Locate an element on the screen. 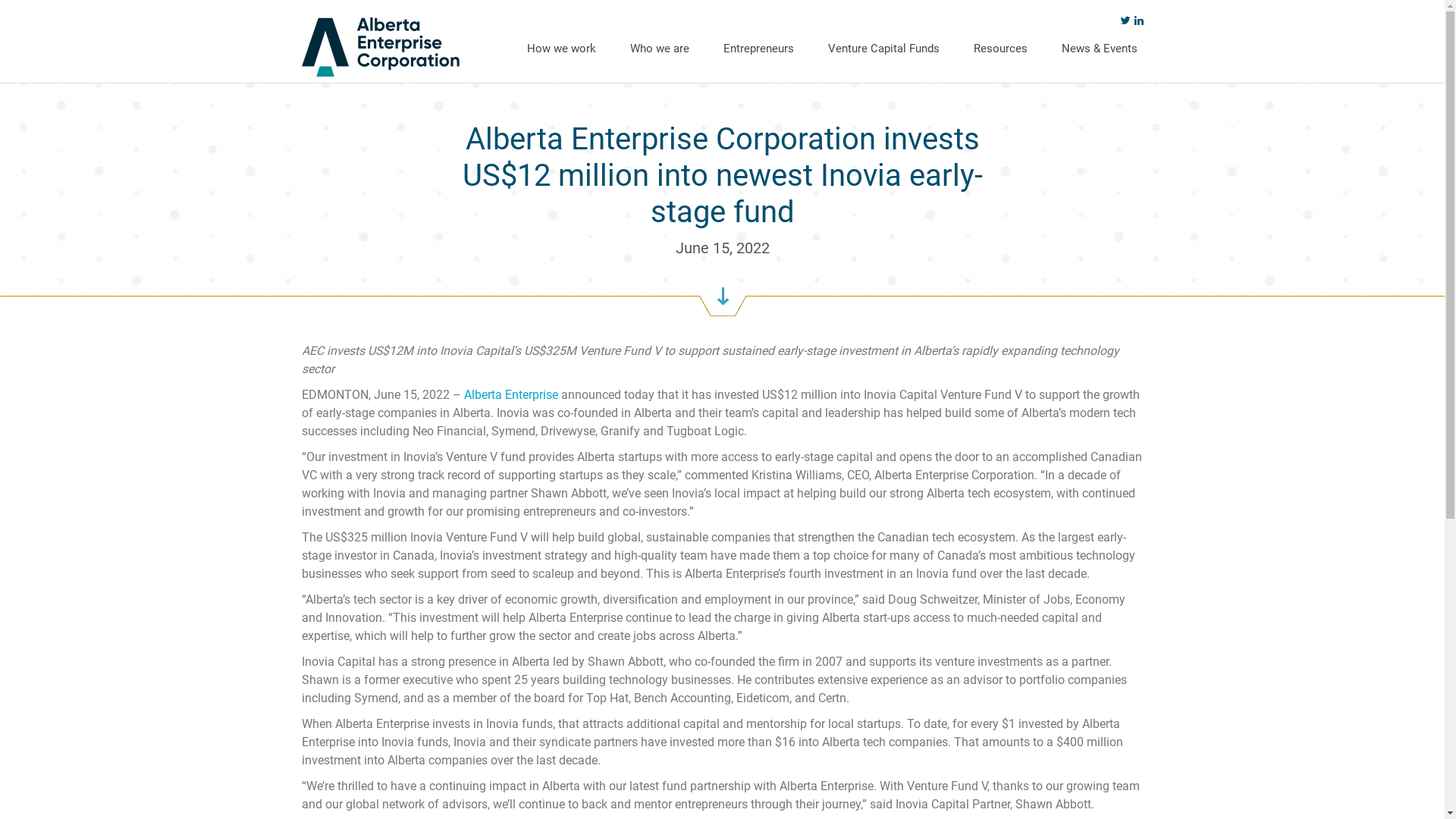 The height and width of the screenshot is (819, 1456). 'Venture Capital Funds' is located at coordinates (821, 46).